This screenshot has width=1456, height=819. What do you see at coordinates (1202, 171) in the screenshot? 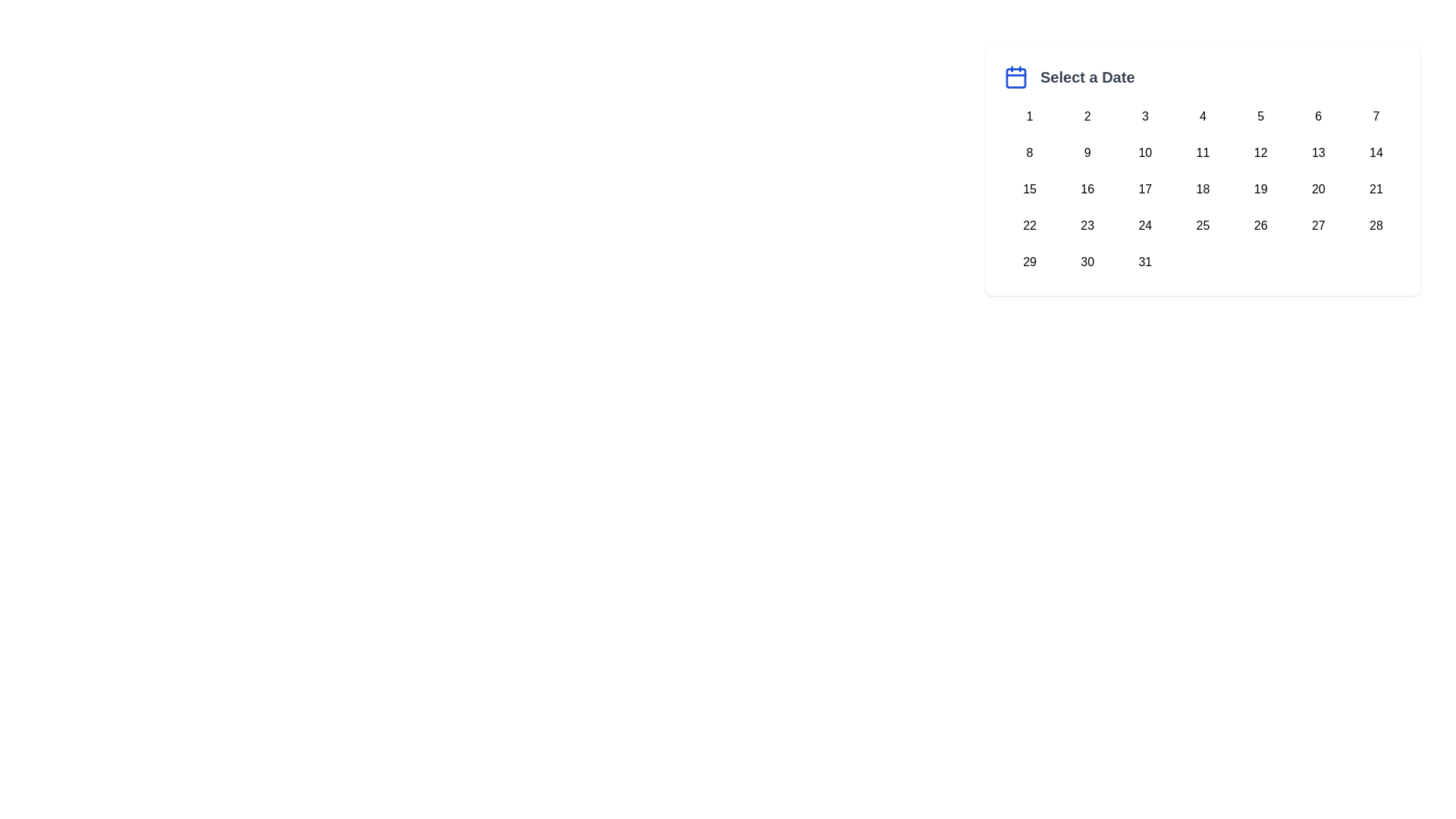
I see `a specific date from the Modal Calendar Component, which has a white background and displays a grid of days below the 'Select a Date' header` at bounding box center [1202, 171].